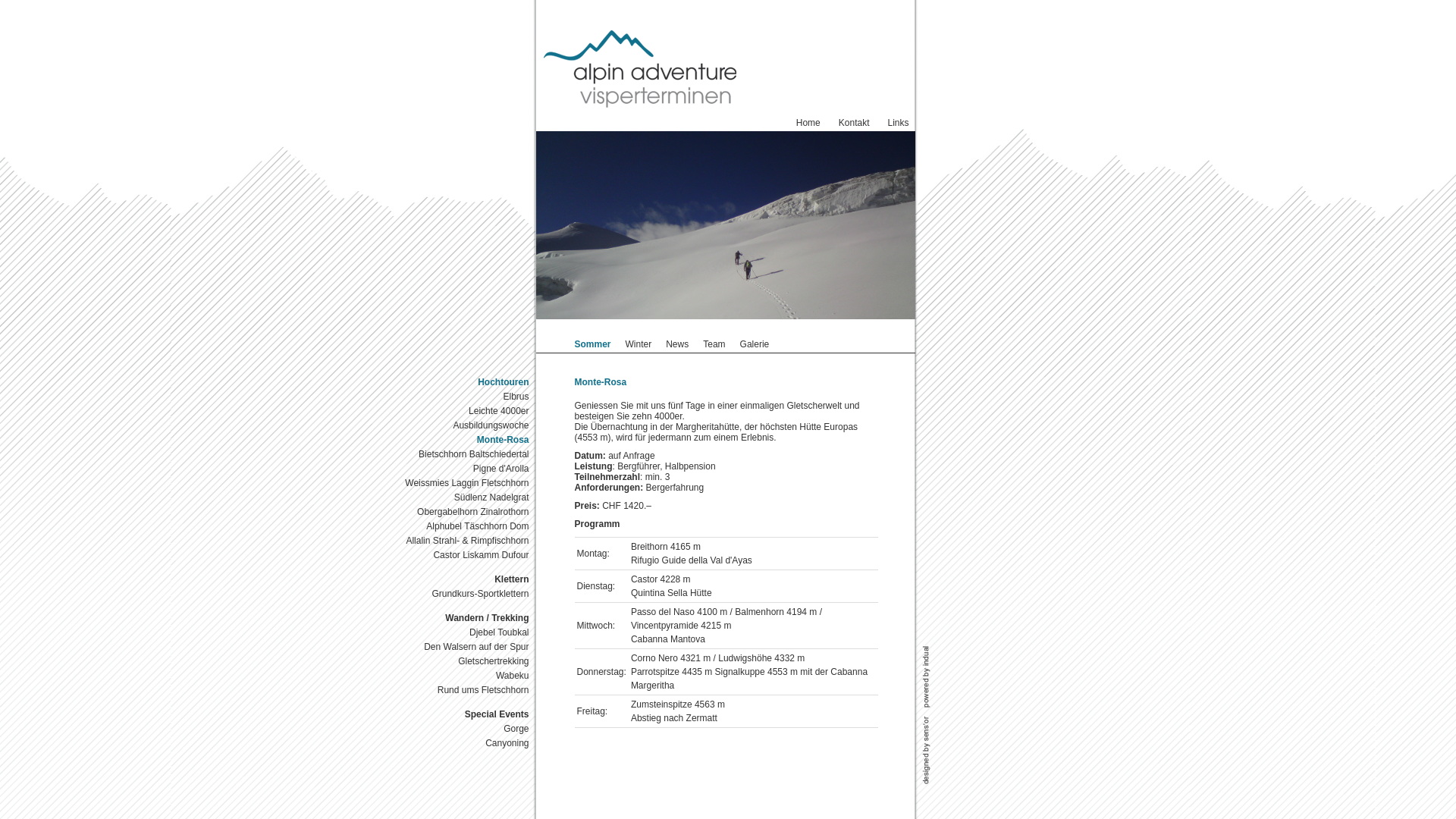 The width and height of the screenshot is (1456, 819). I want to click on 'Special Events', so click(462, 714).